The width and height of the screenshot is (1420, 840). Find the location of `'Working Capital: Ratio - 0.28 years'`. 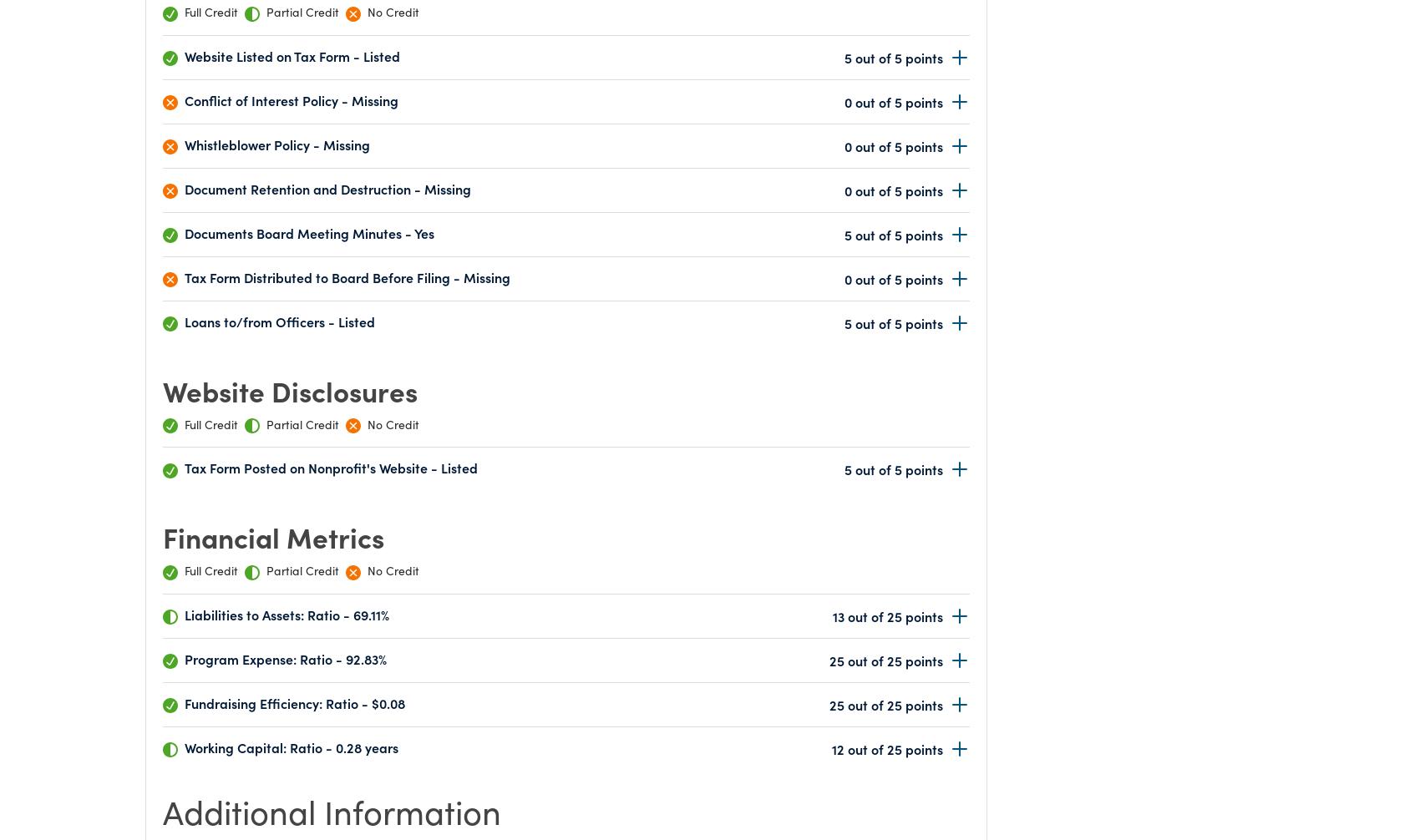

'Working Capital: Ratio - 0.28 years' is located at coordinates (185, 746).